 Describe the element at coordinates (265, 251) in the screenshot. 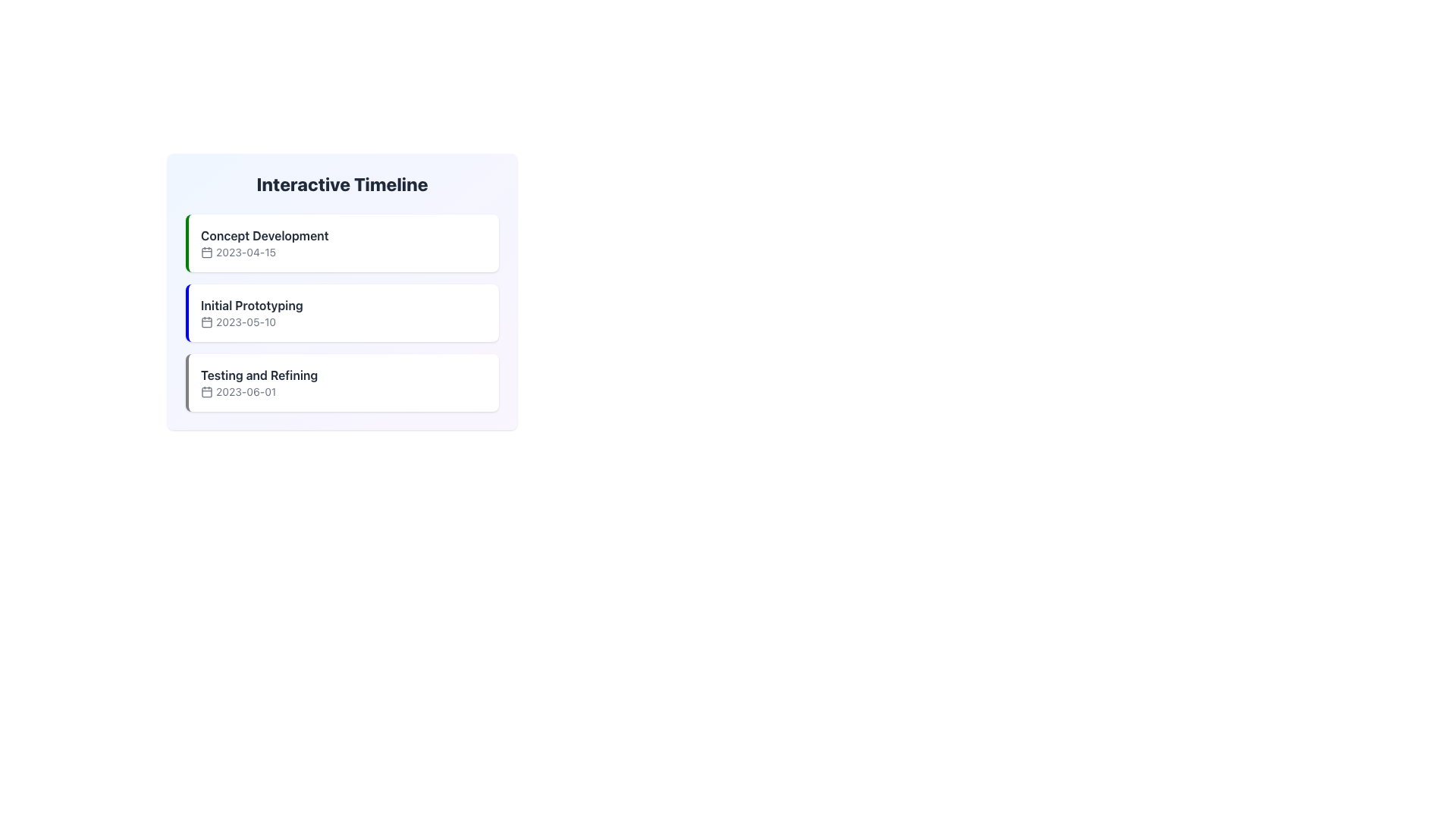

I see `the date element '2023-04-15' located below the header 'Concept Development'` at that location.